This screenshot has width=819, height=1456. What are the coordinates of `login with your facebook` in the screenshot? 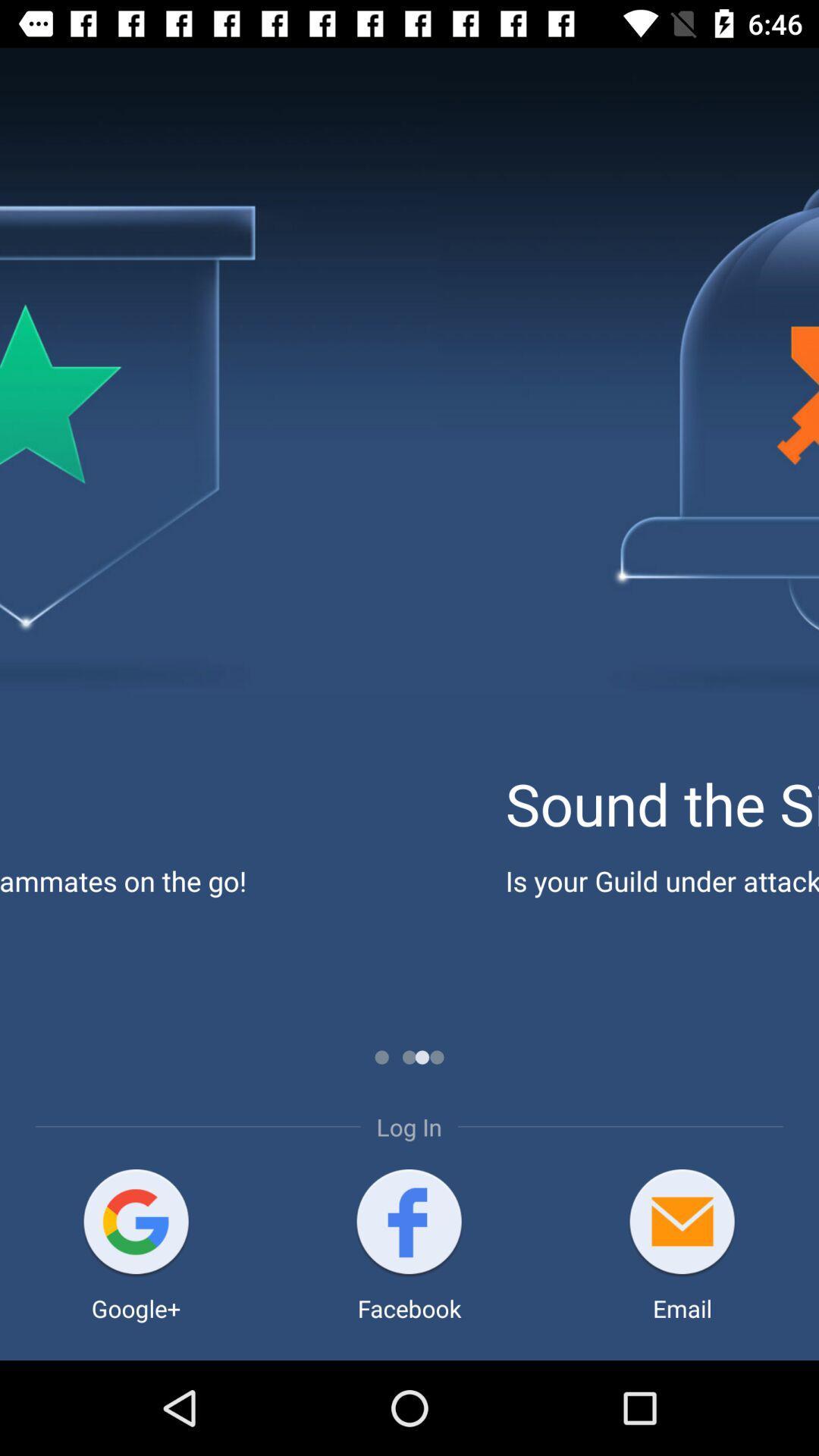 It's located at (408, 1223).